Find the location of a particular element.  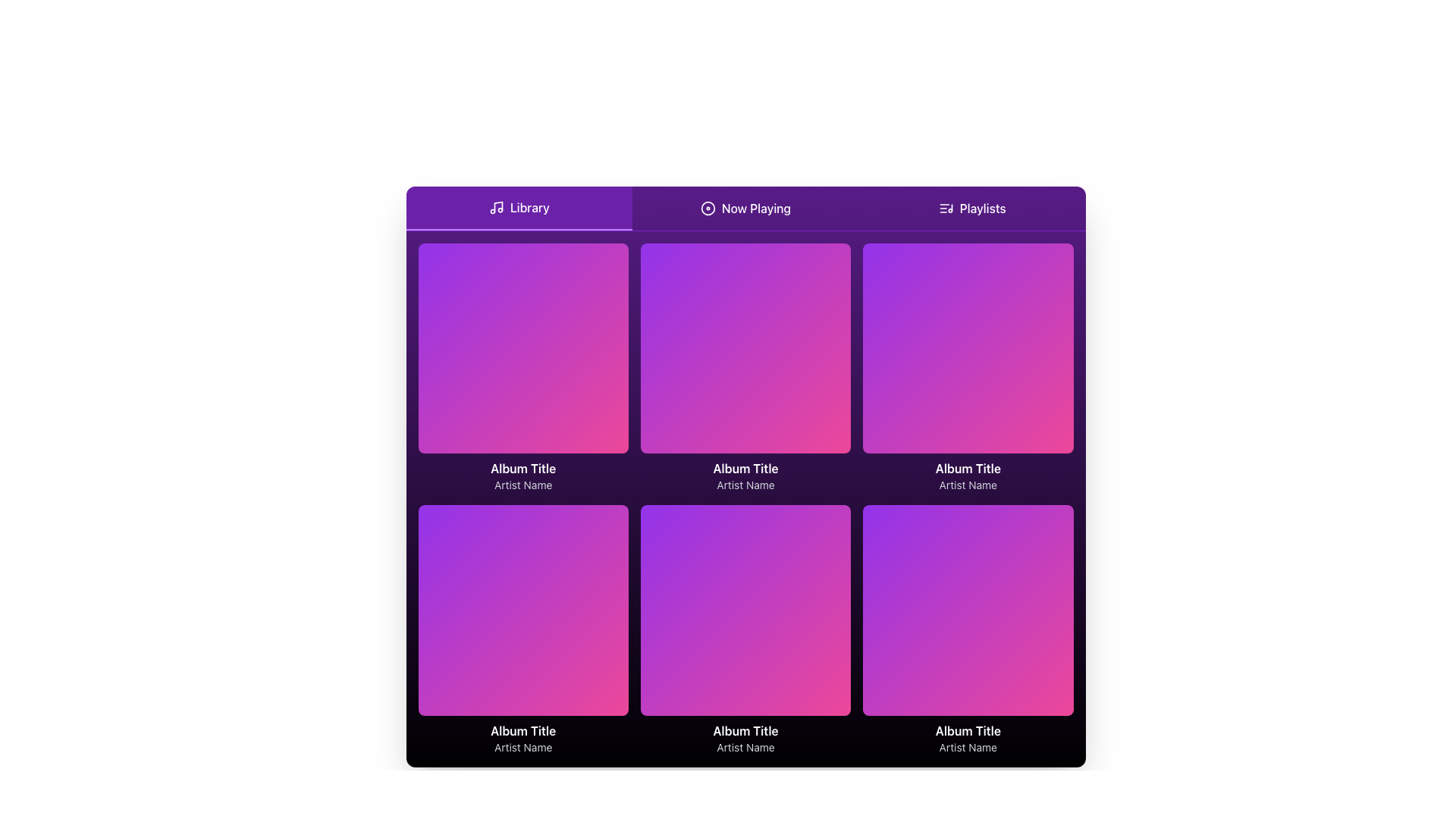

the larger circular shape of the icon located in the header of the application, centrally positioned above the 'Now Playing' label, between 'Library' and 'Playlists' is located at coordinates (707, 208).